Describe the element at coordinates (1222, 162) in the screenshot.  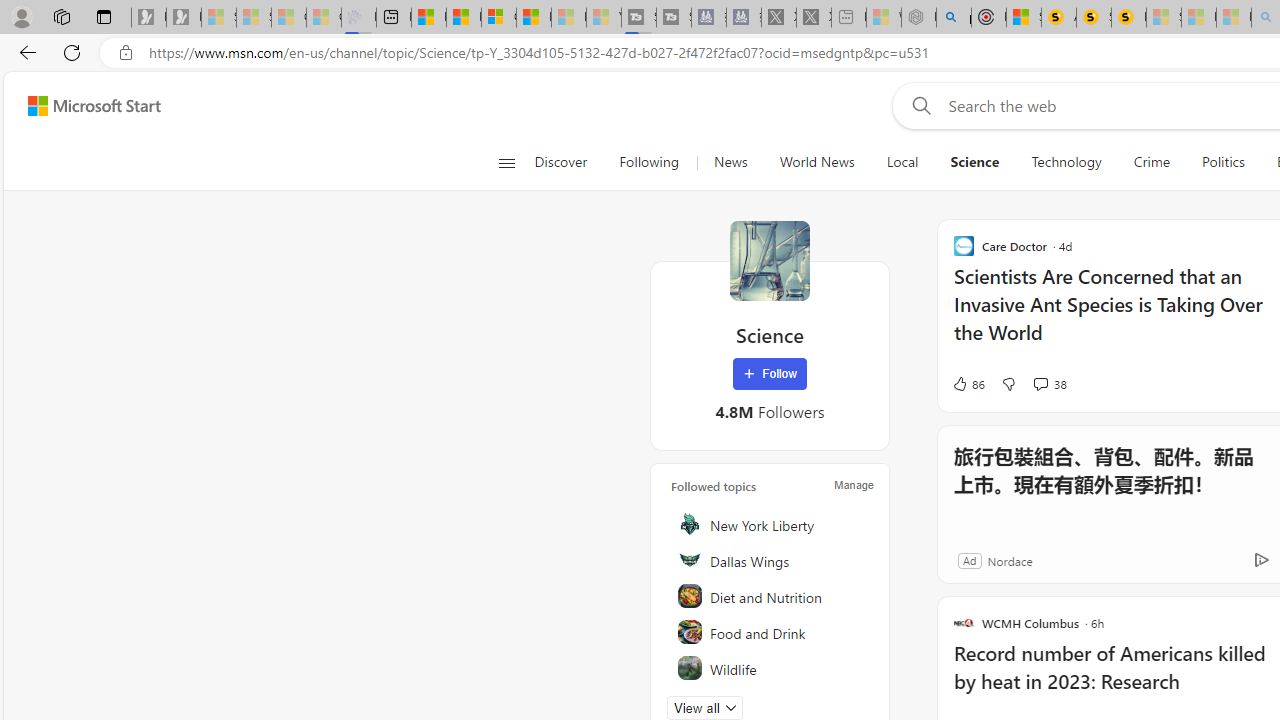
I see `'Politics'` at that location.